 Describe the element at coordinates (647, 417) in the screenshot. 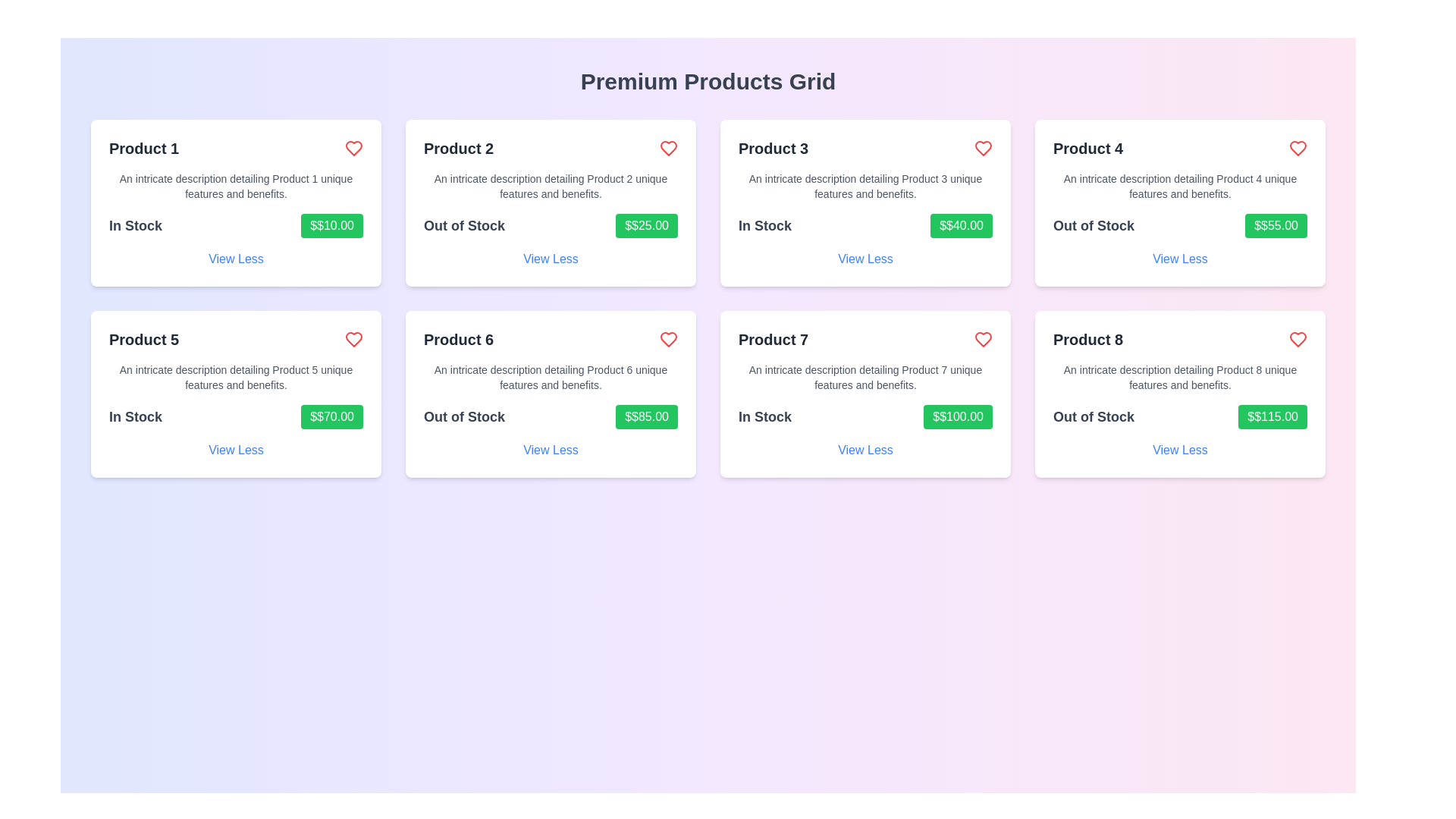

I see `the price display button for 'Product 6'` at that location.